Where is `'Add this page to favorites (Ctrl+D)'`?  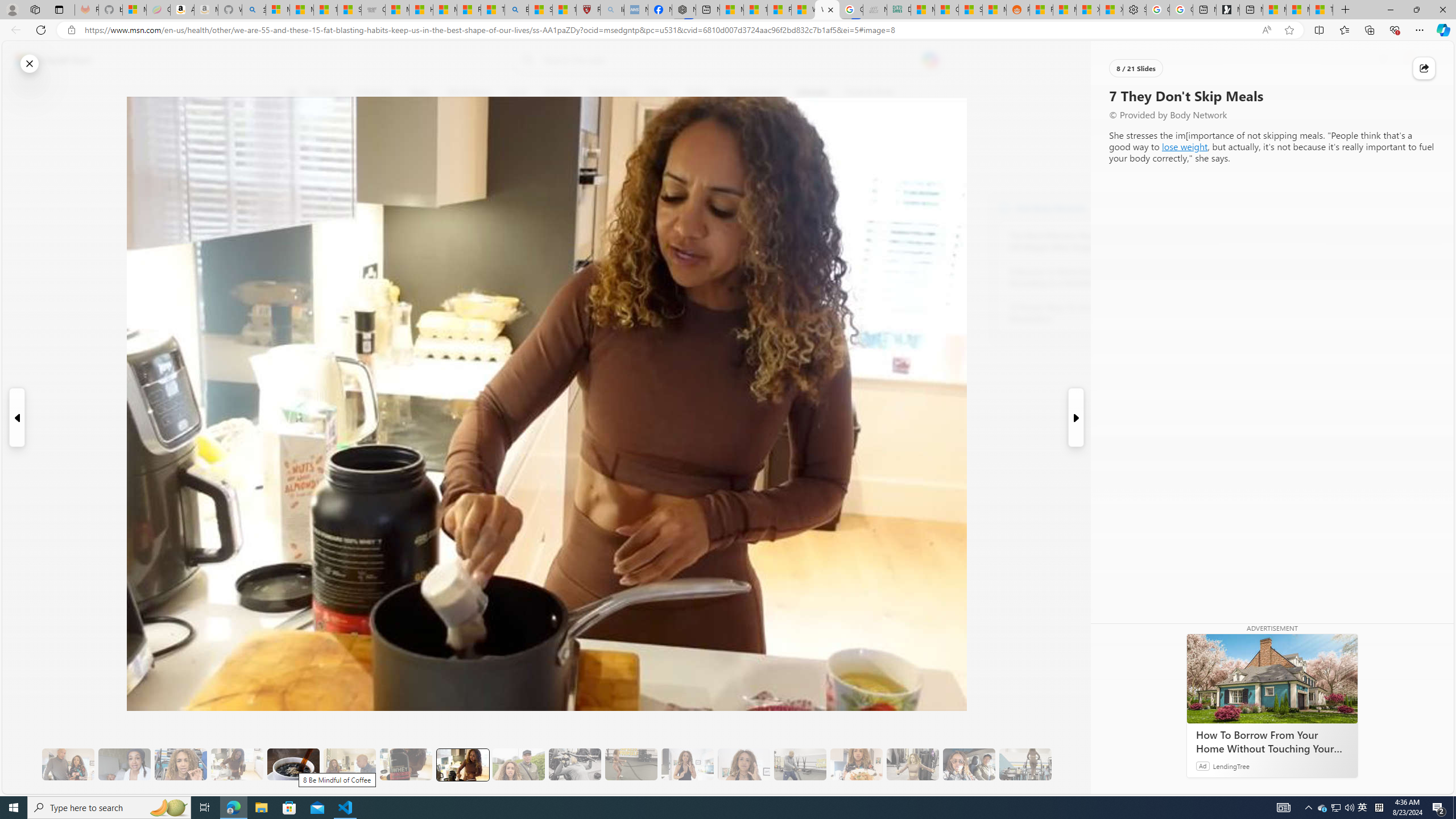
'Add this page to favorites (Ctrl+D)' is located at coordinates (1289, 30).